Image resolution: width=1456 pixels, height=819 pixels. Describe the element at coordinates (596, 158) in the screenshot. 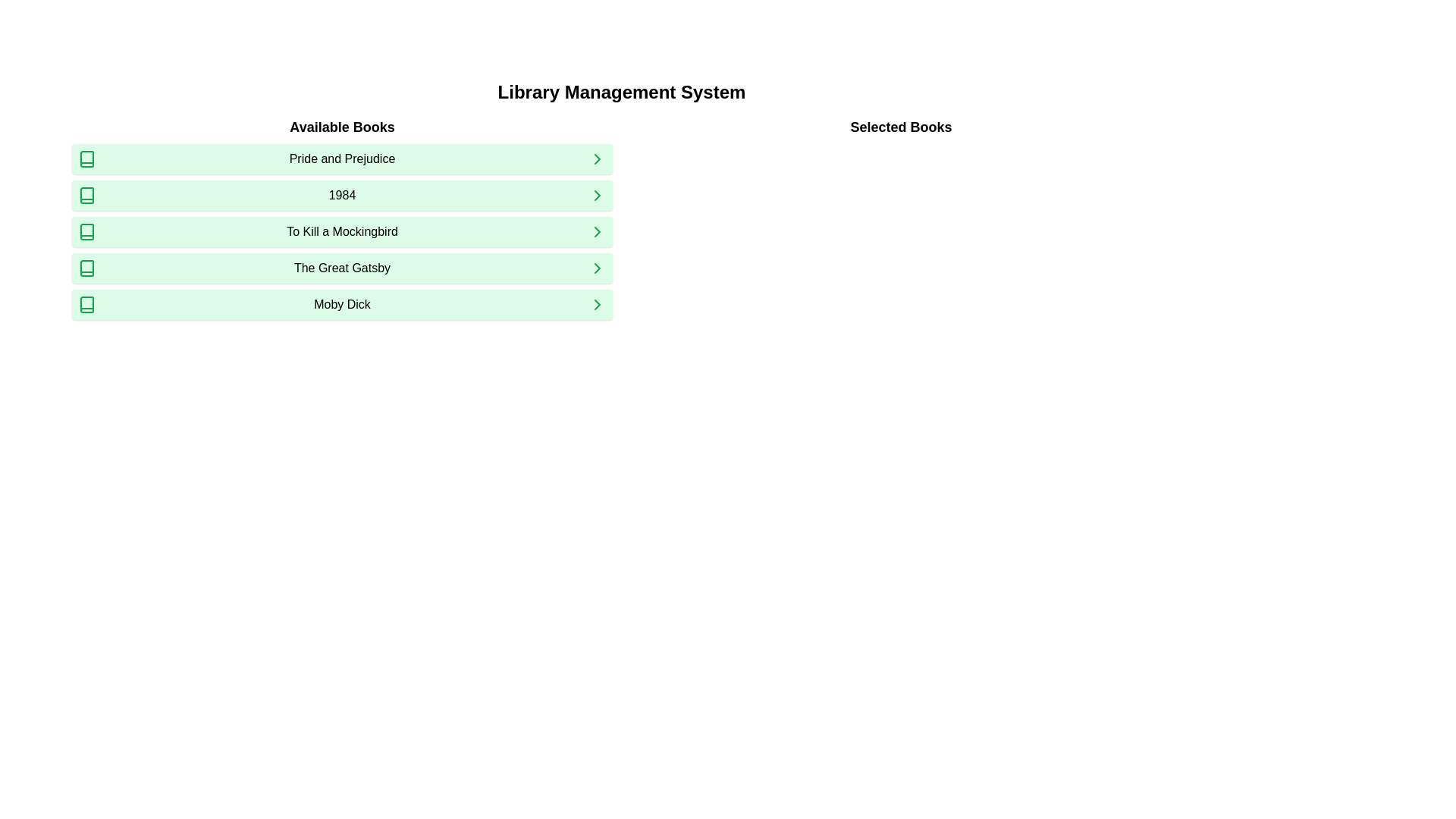

I see `the arrow icon button located at the far-right end of the row labeled 'Pride and Prejudice' in the 'Available Books' section` at that location.